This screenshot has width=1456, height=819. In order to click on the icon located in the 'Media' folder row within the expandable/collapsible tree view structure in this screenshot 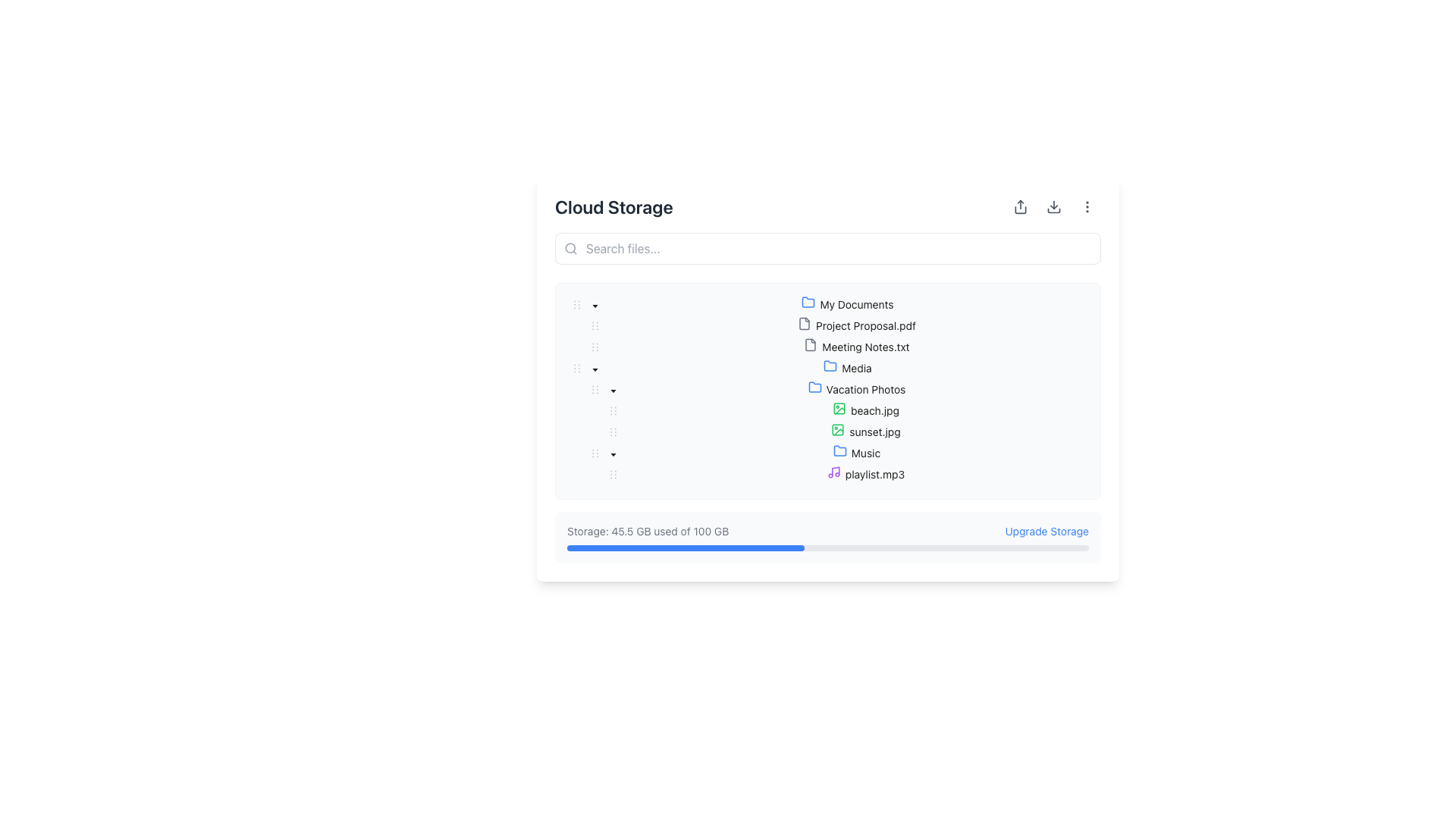, I will do `click(595, 388)`.